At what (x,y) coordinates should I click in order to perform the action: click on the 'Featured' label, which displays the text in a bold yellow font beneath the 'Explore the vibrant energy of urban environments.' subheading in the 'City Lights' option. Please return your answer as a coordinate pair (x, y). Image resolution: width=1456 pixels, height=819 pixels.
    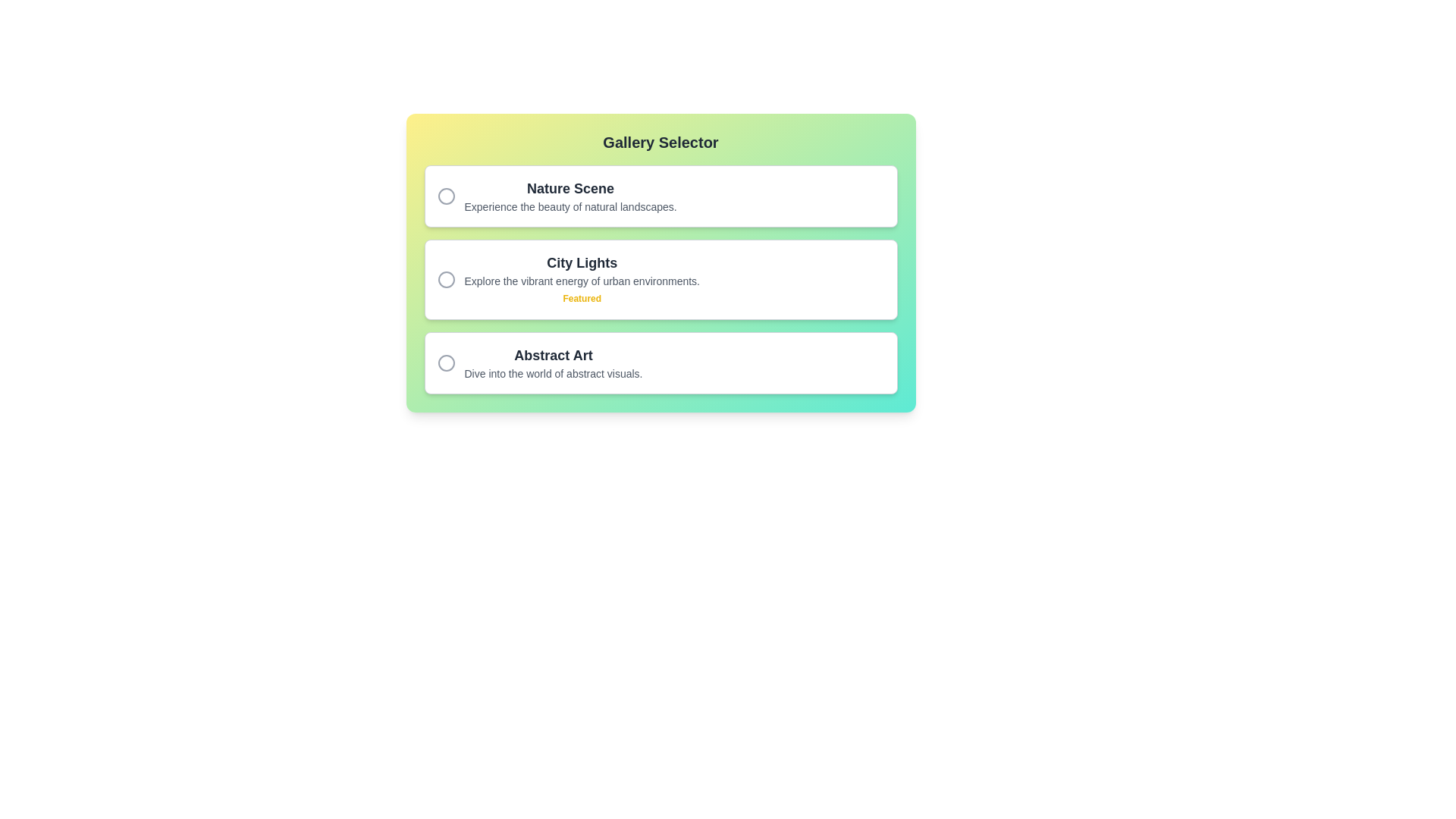
    Looking at the image, I should click on (581, 298).